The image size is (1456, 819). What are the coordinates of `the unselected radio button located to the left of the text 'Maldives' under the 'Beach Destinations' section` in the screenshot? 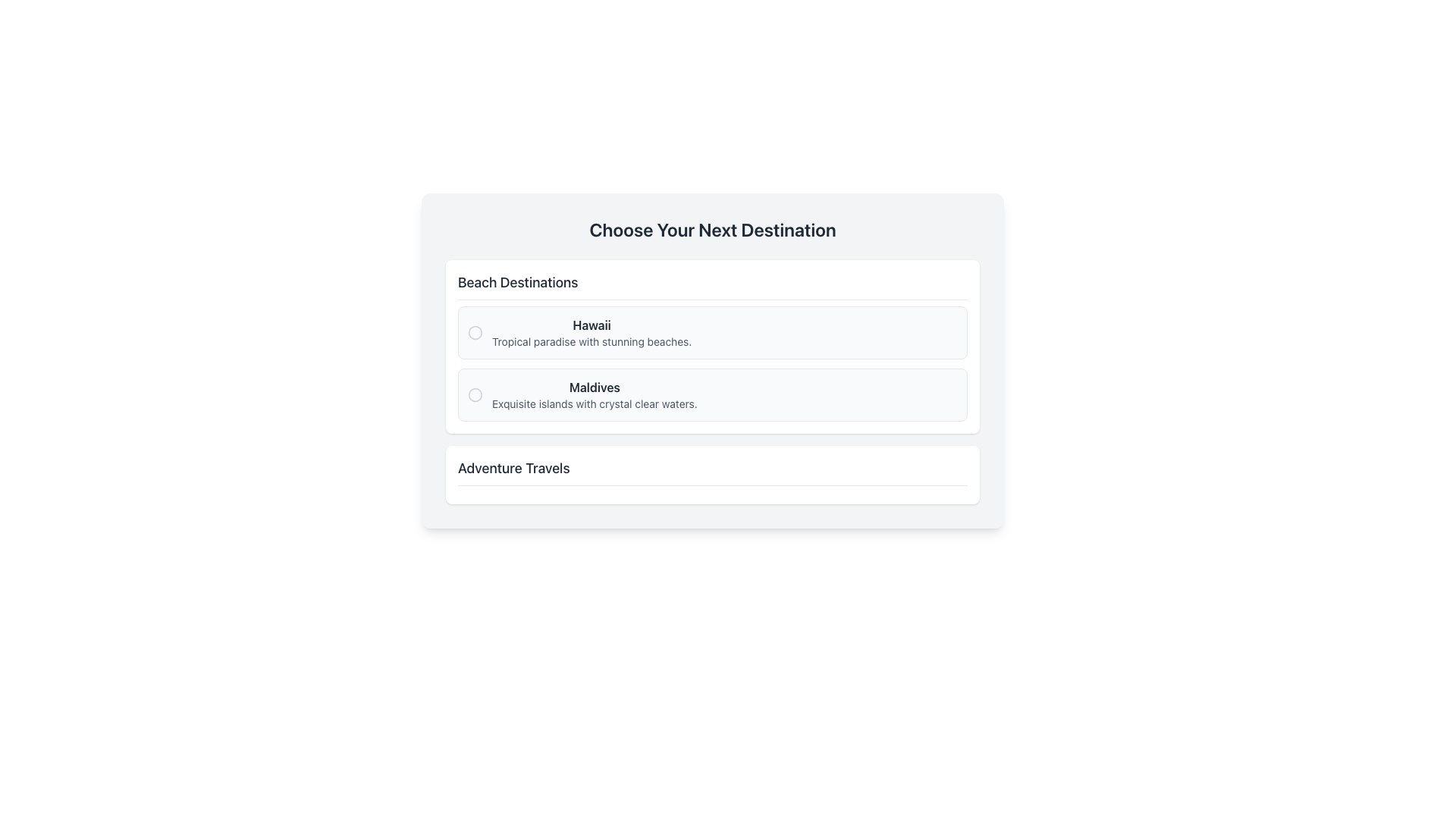 It's located at (475, 394).